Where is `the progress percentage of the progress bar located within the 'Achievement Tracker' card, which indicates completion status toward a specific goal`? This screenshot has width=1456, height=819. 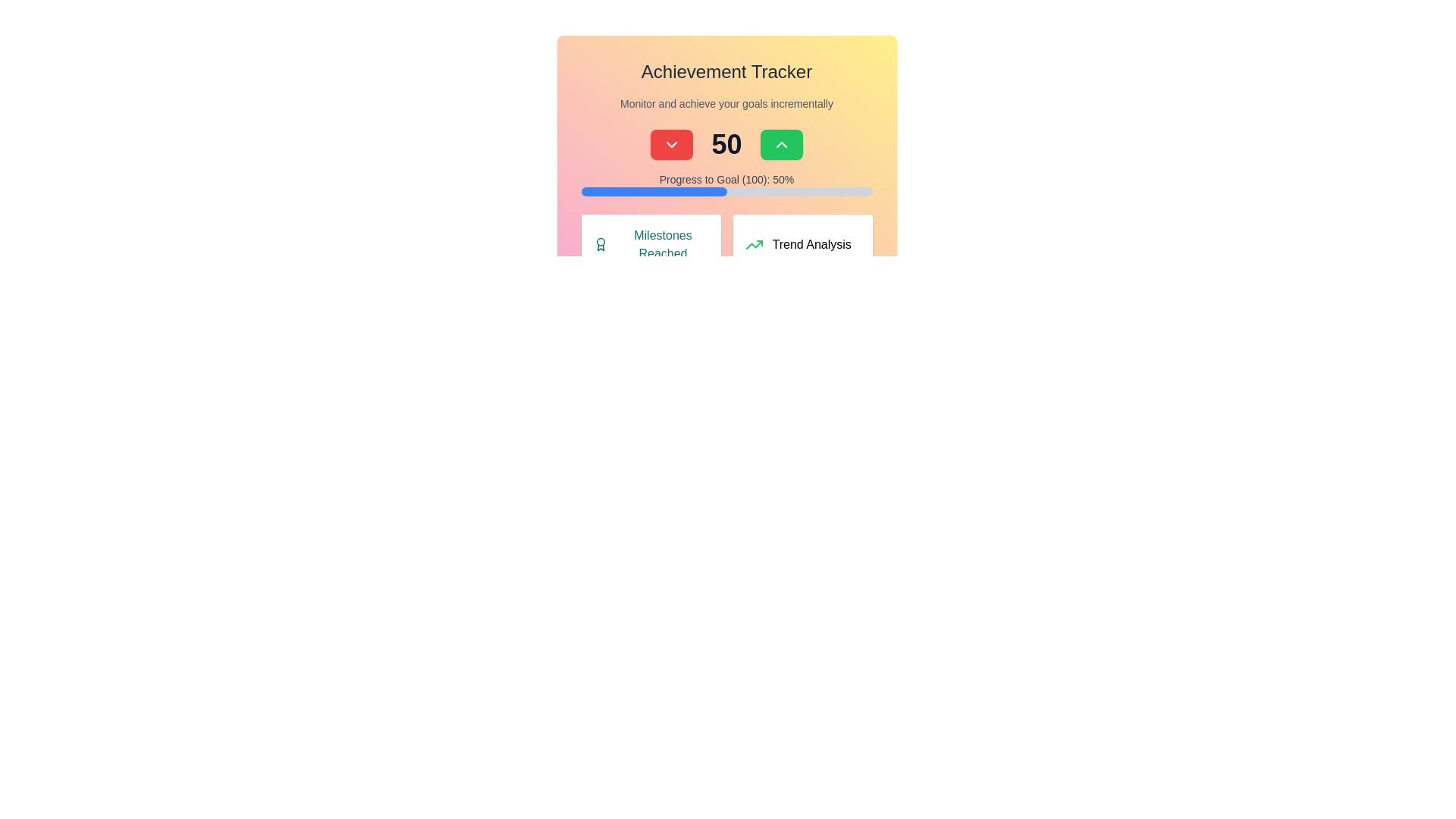 the progress percentage of the progress bar located within the 'Achievement Tracker' card, which indicates completion status toward a specific goal is located at coordinates (726, 184).